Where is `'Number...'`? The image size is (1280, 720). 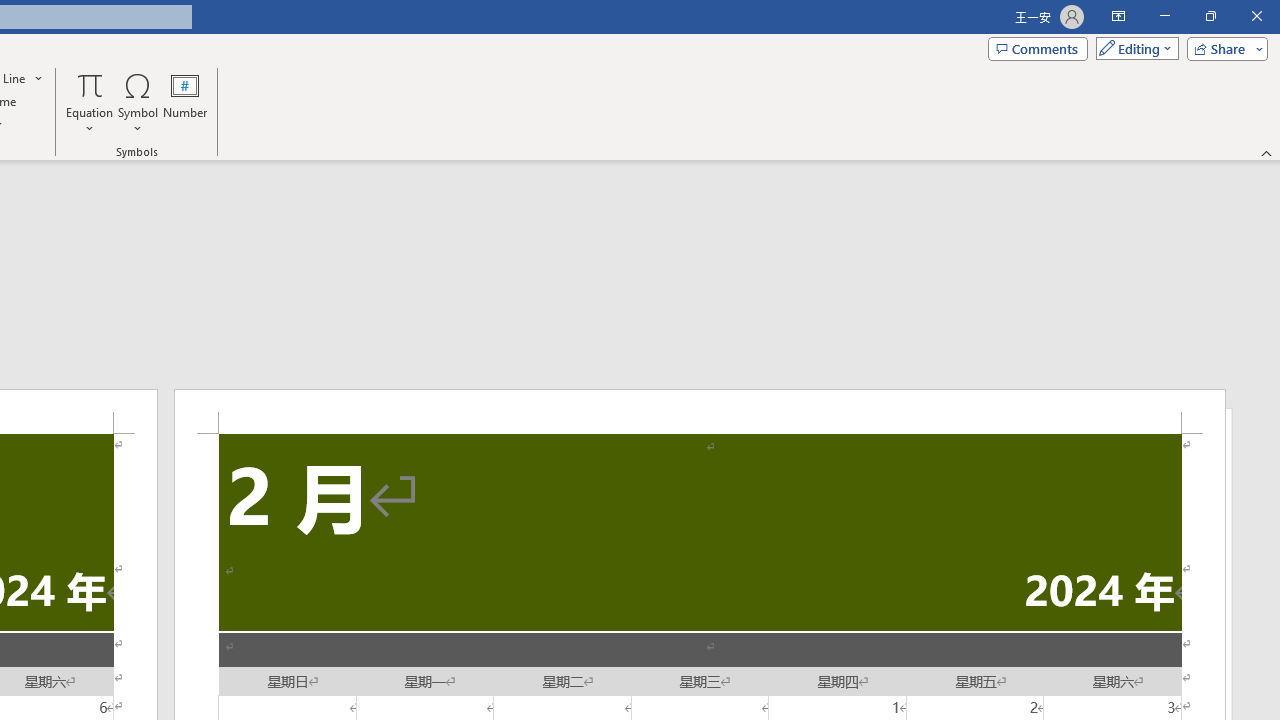 'Number...' is located at coordinates (185, 103).